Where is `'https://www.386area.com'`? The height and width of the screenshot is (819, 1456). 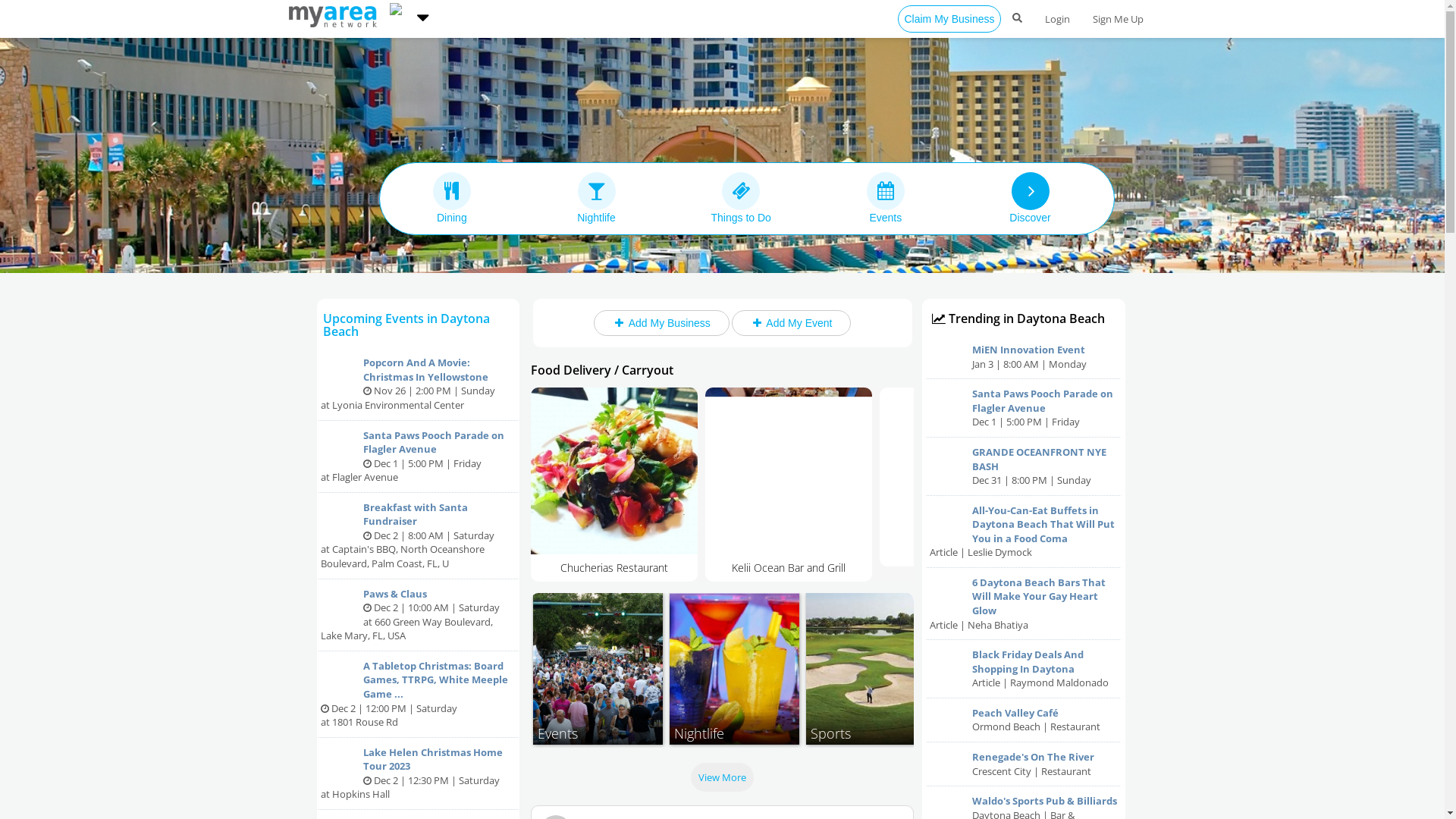 'https://www.386area.com' is located at coordinates (334, 14).